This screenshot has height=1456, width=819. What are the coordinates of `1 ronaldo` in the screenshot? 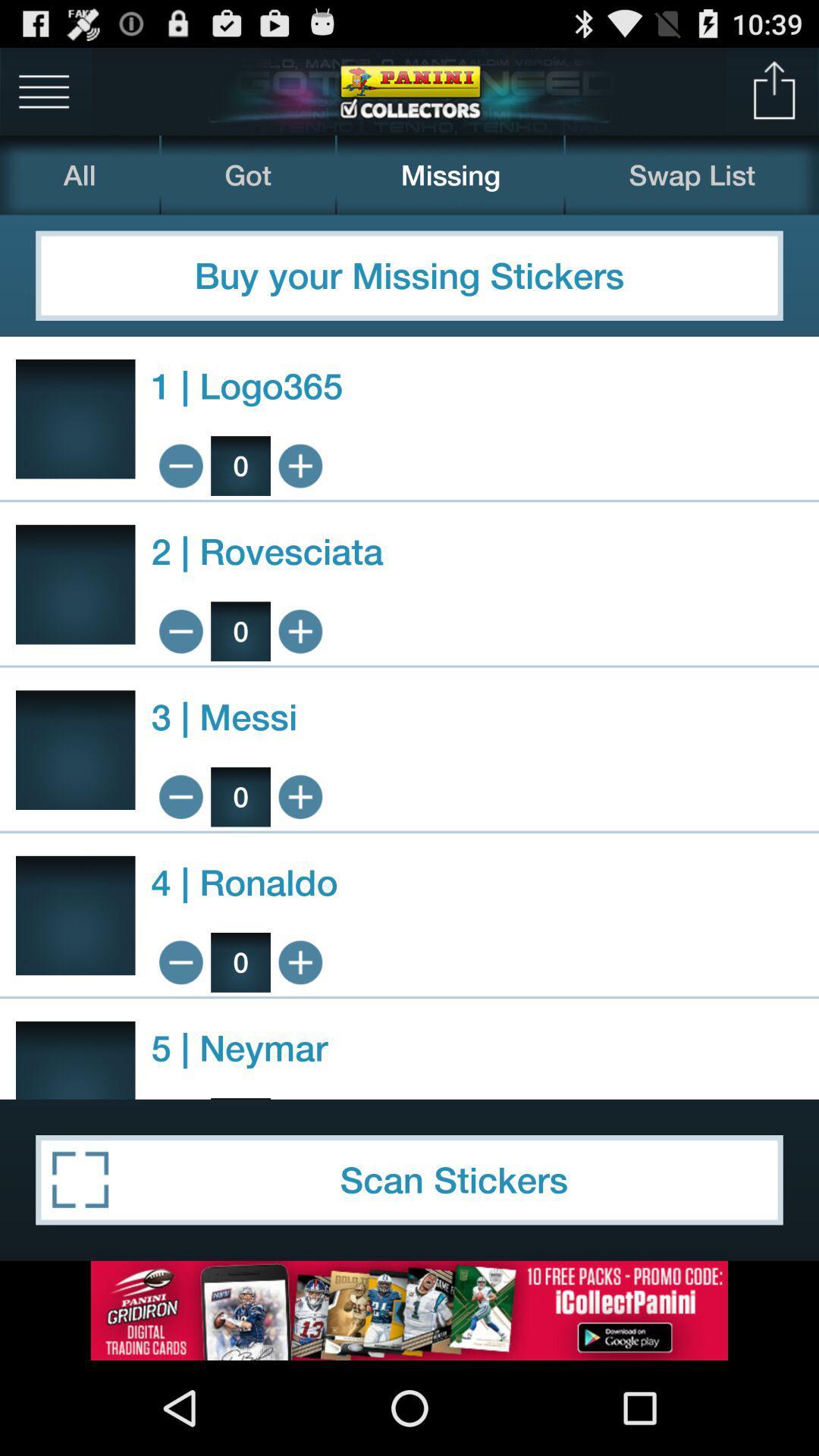 It's located at (300, 962).